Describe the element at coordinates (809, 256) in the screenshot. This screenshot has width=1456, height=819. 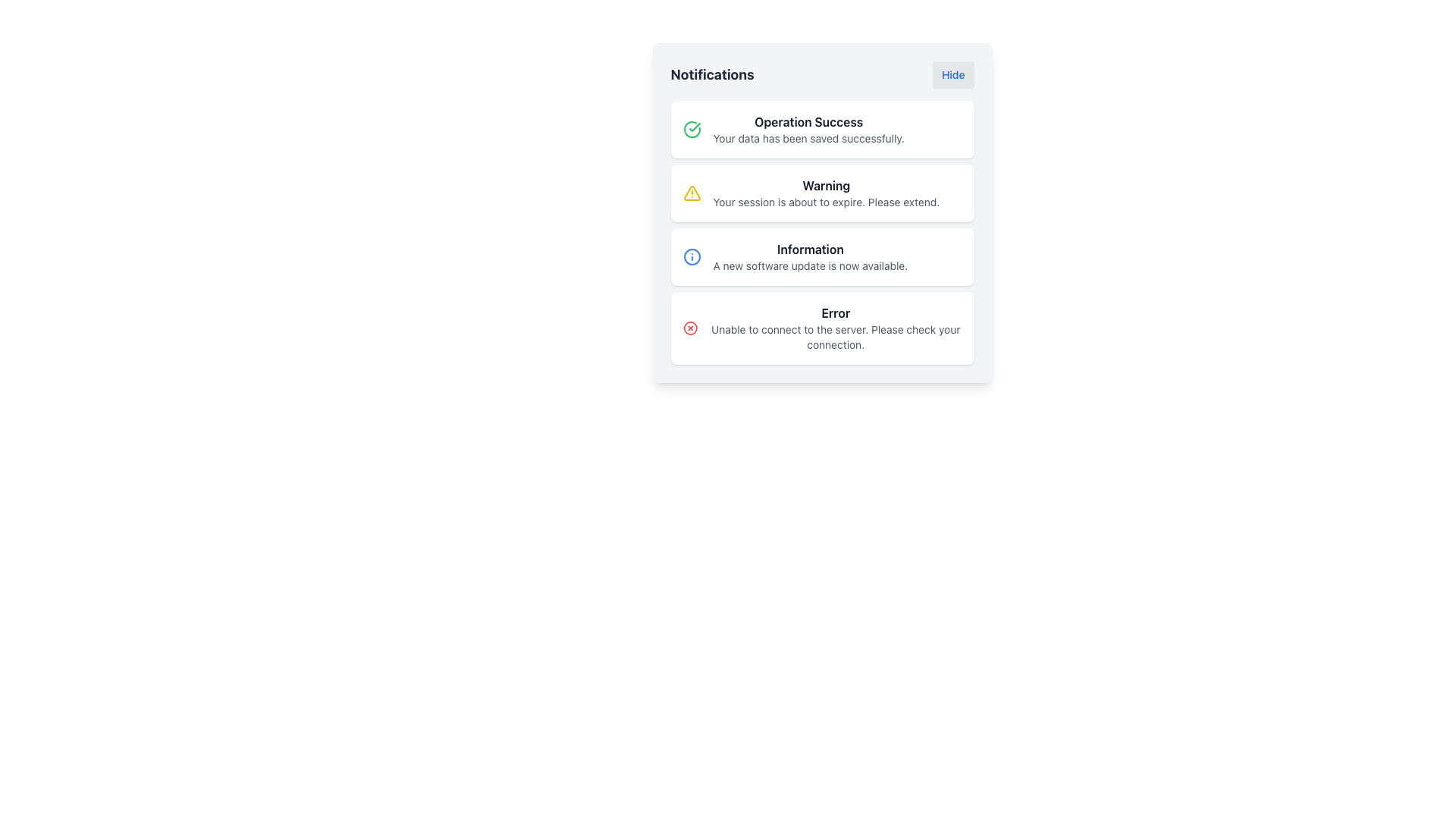
I see `the third TextBlock in the list of notification messages that provides information about a new software update` at that location.